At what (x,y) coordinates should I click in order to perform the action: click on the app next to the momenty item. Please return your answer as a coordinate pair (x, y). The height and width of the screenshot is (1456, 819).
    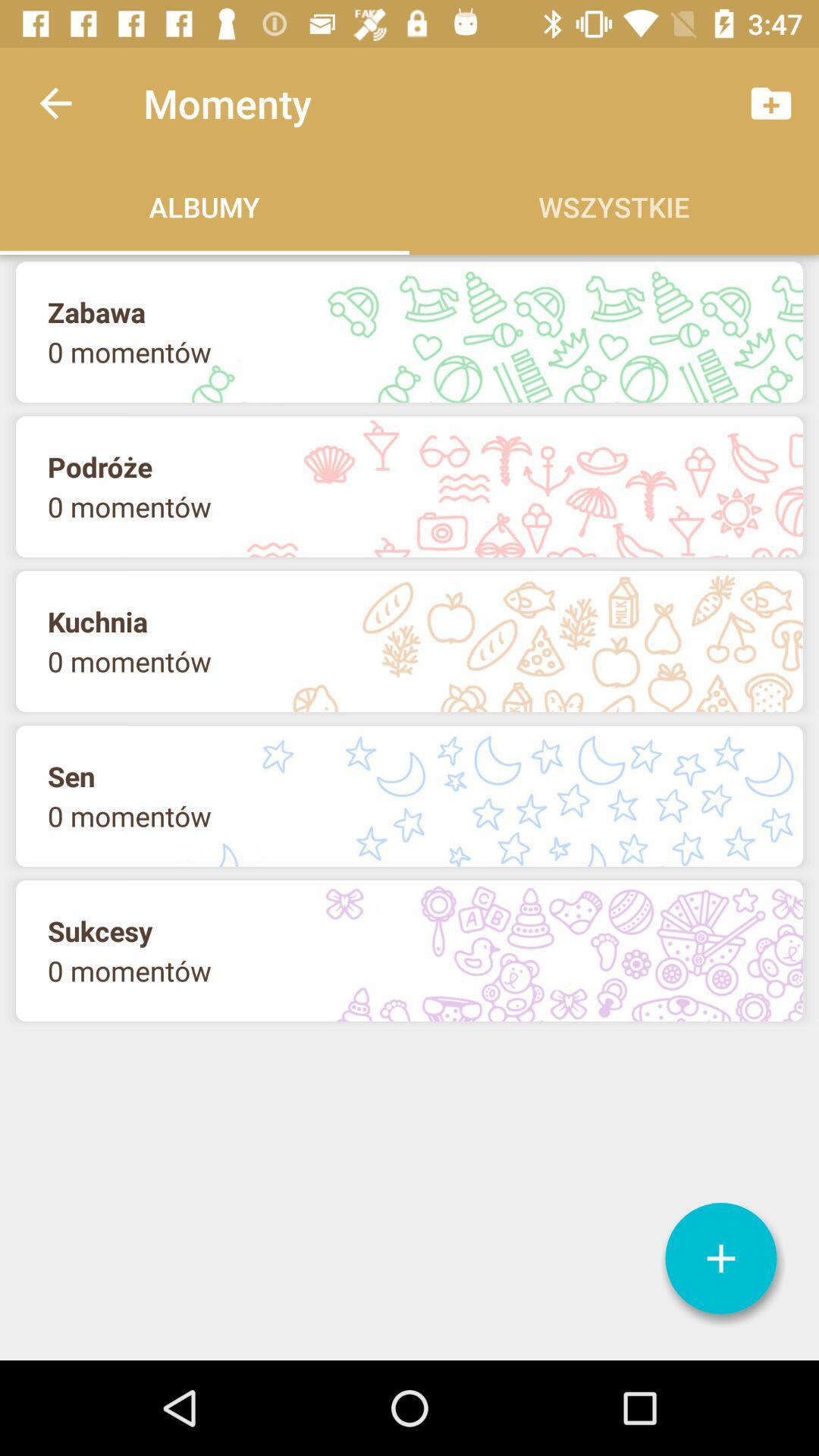
    Looking at the image, I should click on (55, 102).